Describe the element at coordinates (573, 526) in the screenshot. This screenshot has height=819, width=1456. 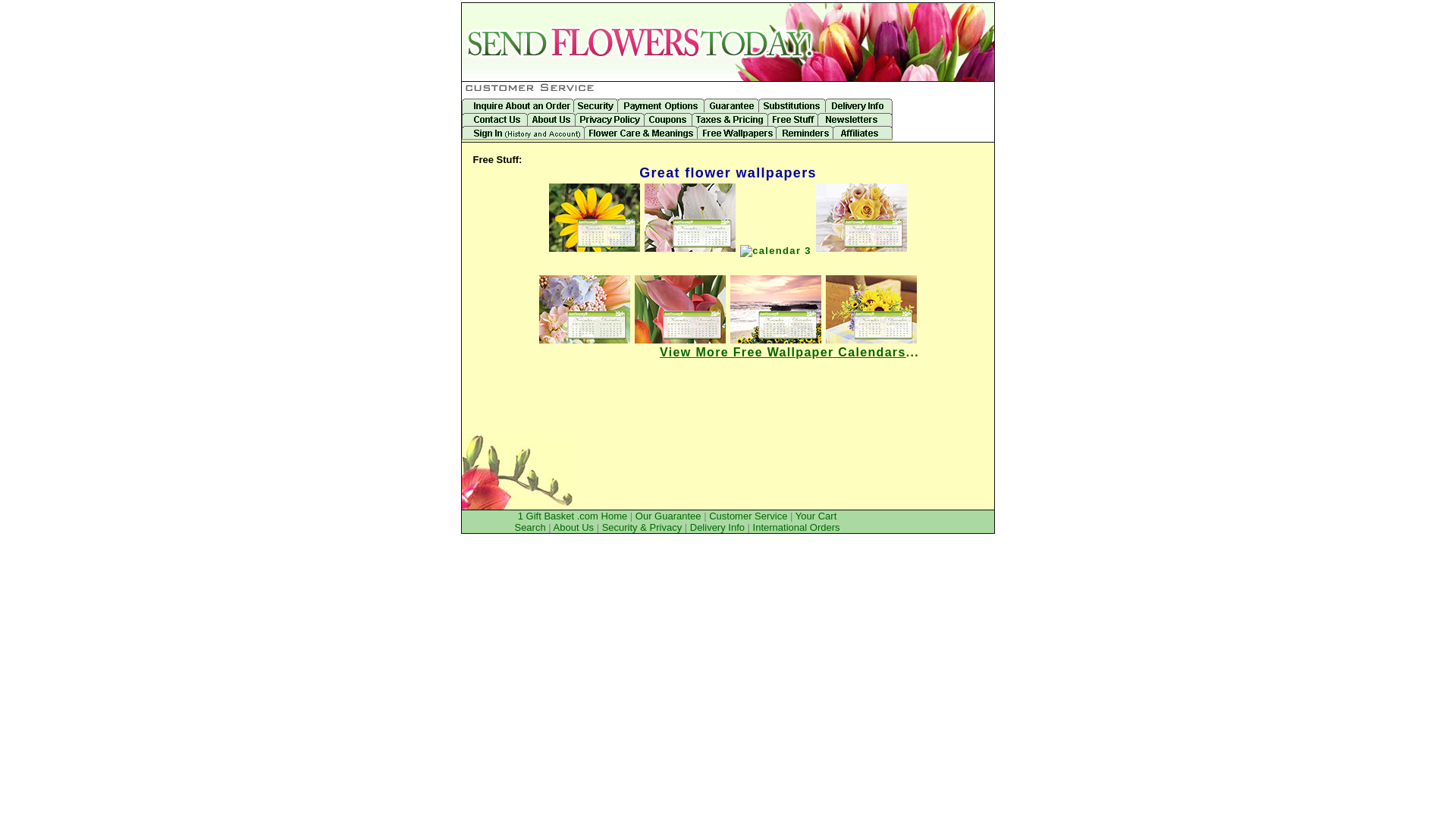
I see `'About Us'` at that location.